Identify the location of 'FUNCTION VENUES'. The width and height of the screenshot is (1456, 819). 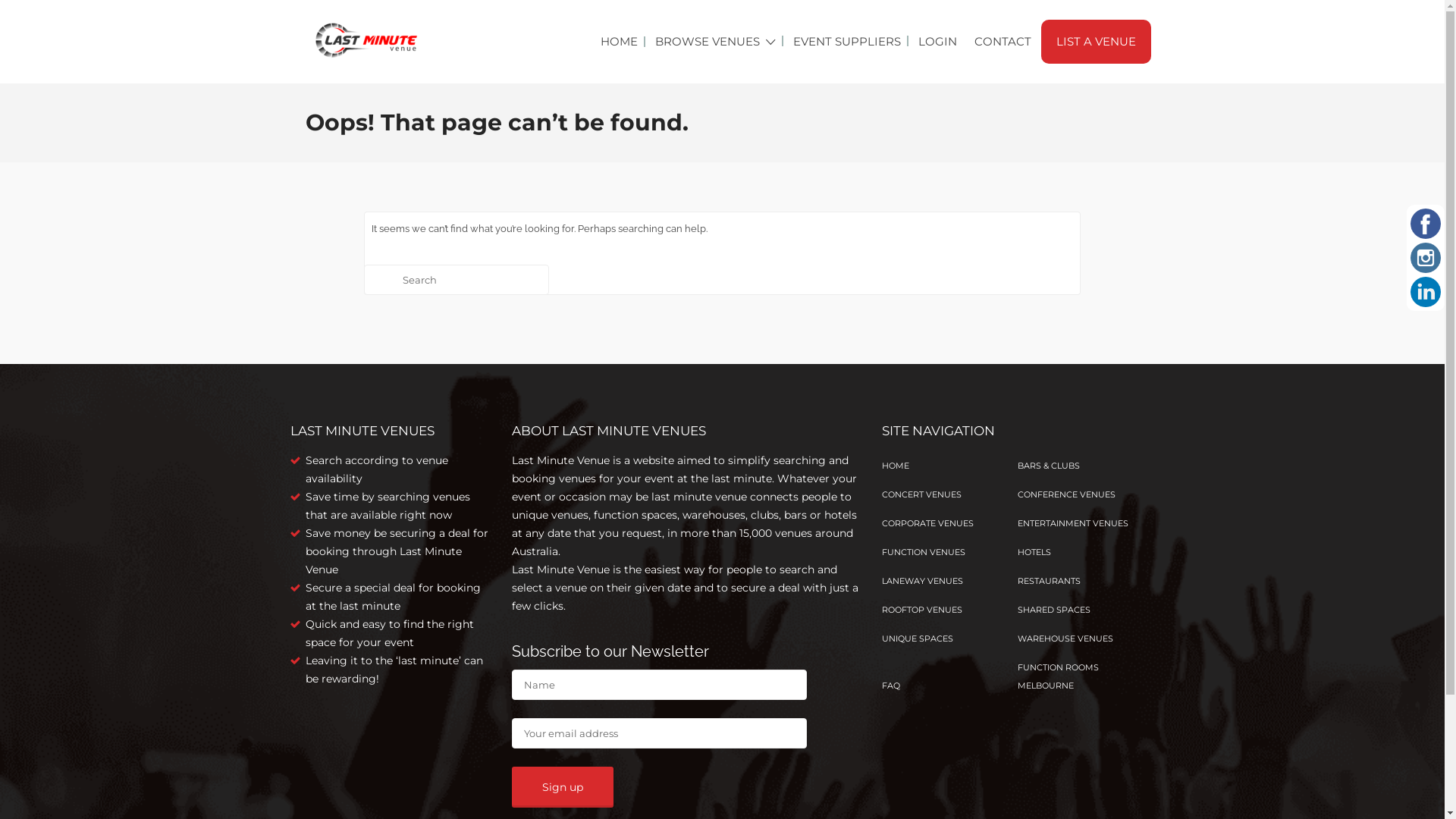
(922, 552).